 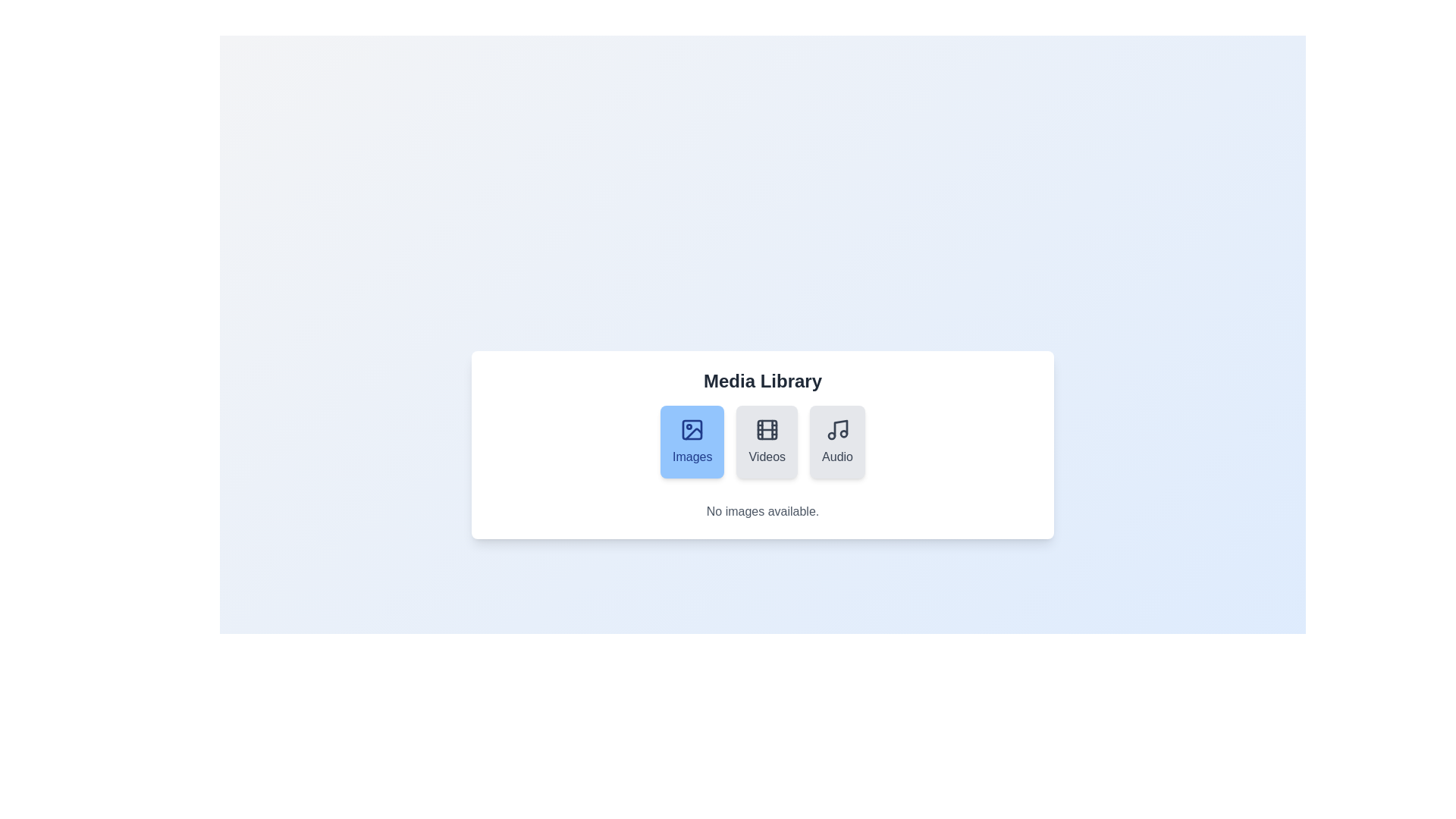 I want to click on the 'Images' button to view image-related content, so click(x=691, y=441).